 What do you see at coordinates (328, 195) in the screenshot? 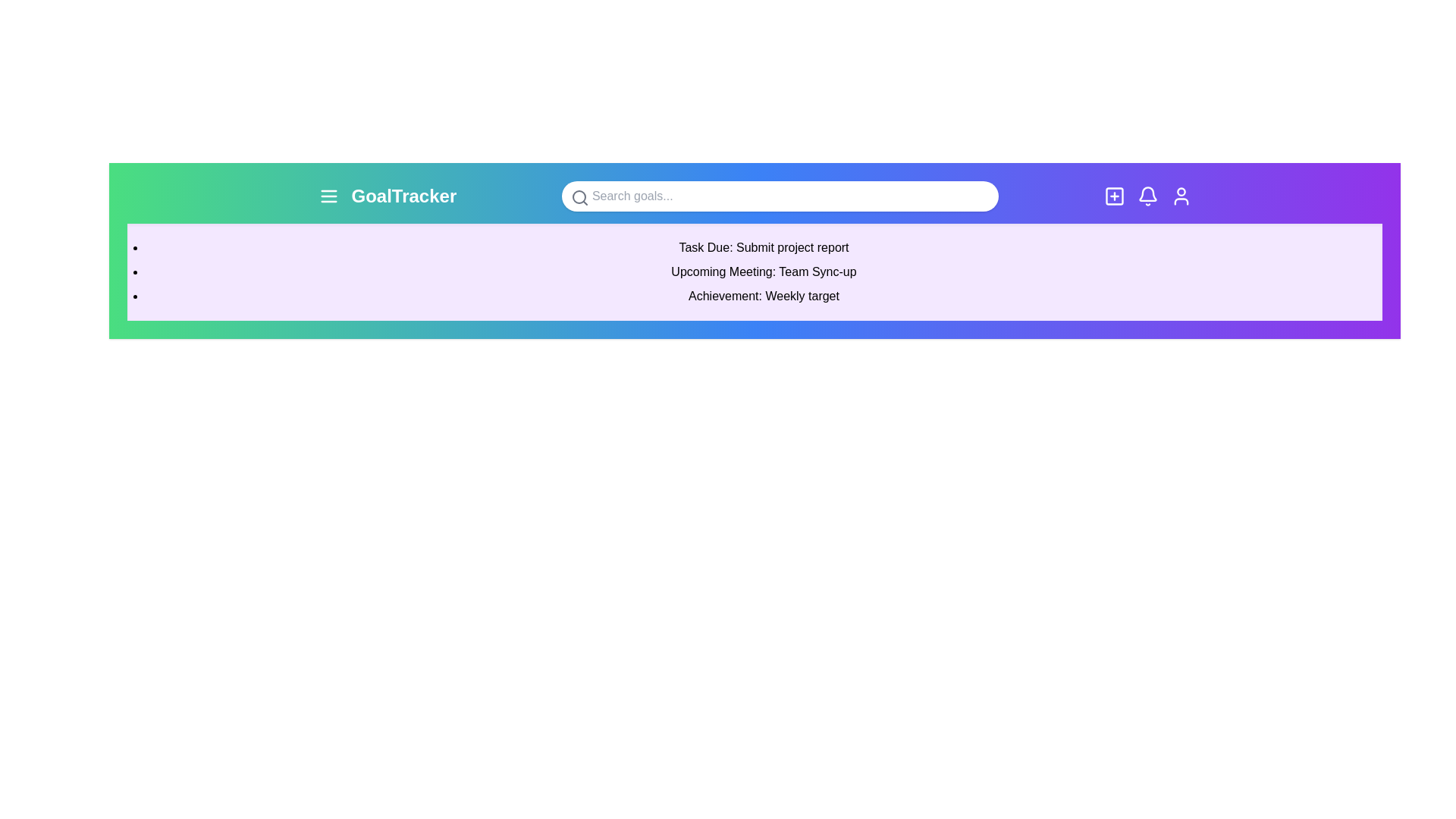
I see `the menu button to toggle the navigation drawer` at bounding box center [328, 195].